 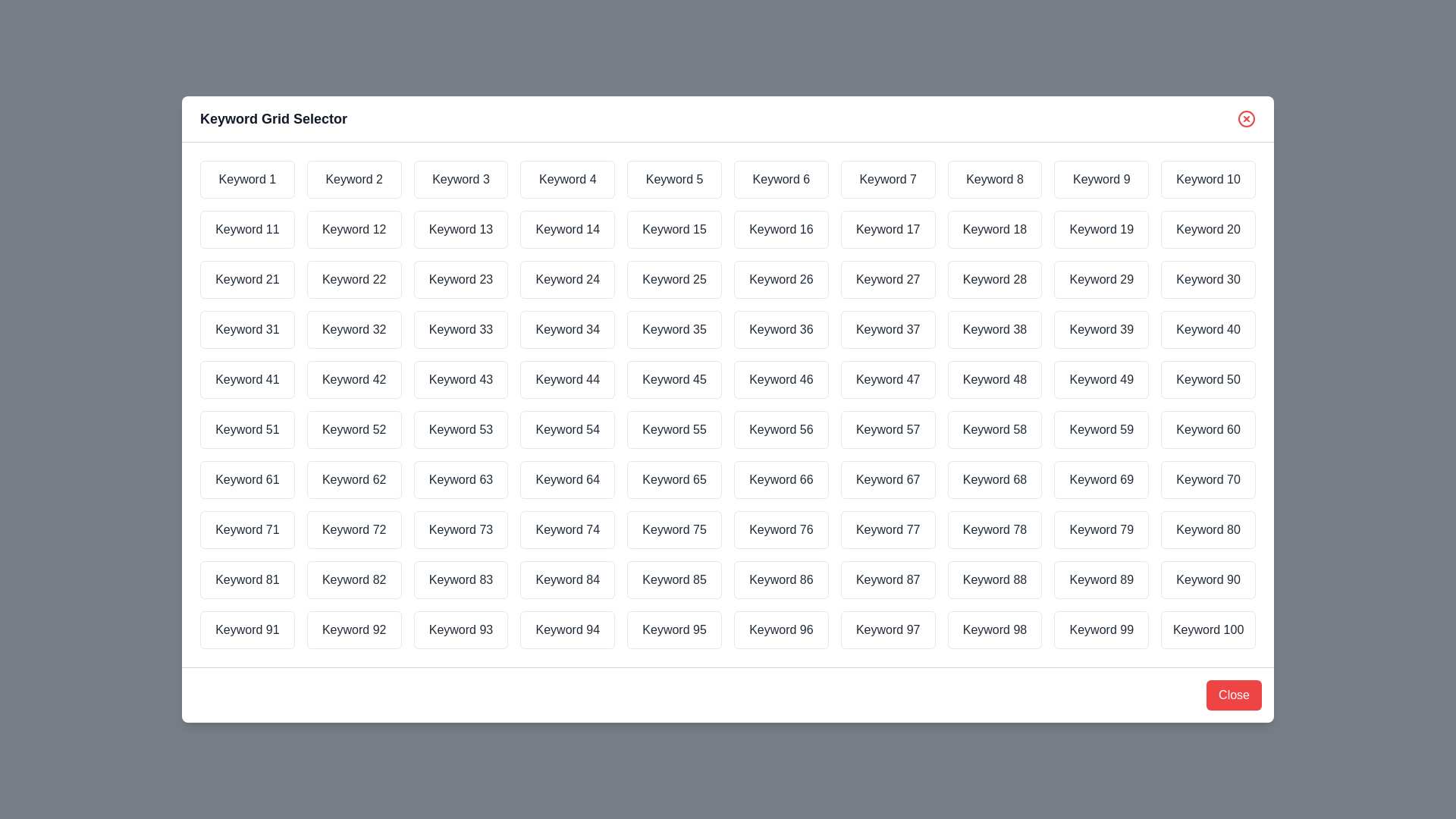 I want to click on the keyword Keyword 2 by clicking on it, so click(x=353, y=178).